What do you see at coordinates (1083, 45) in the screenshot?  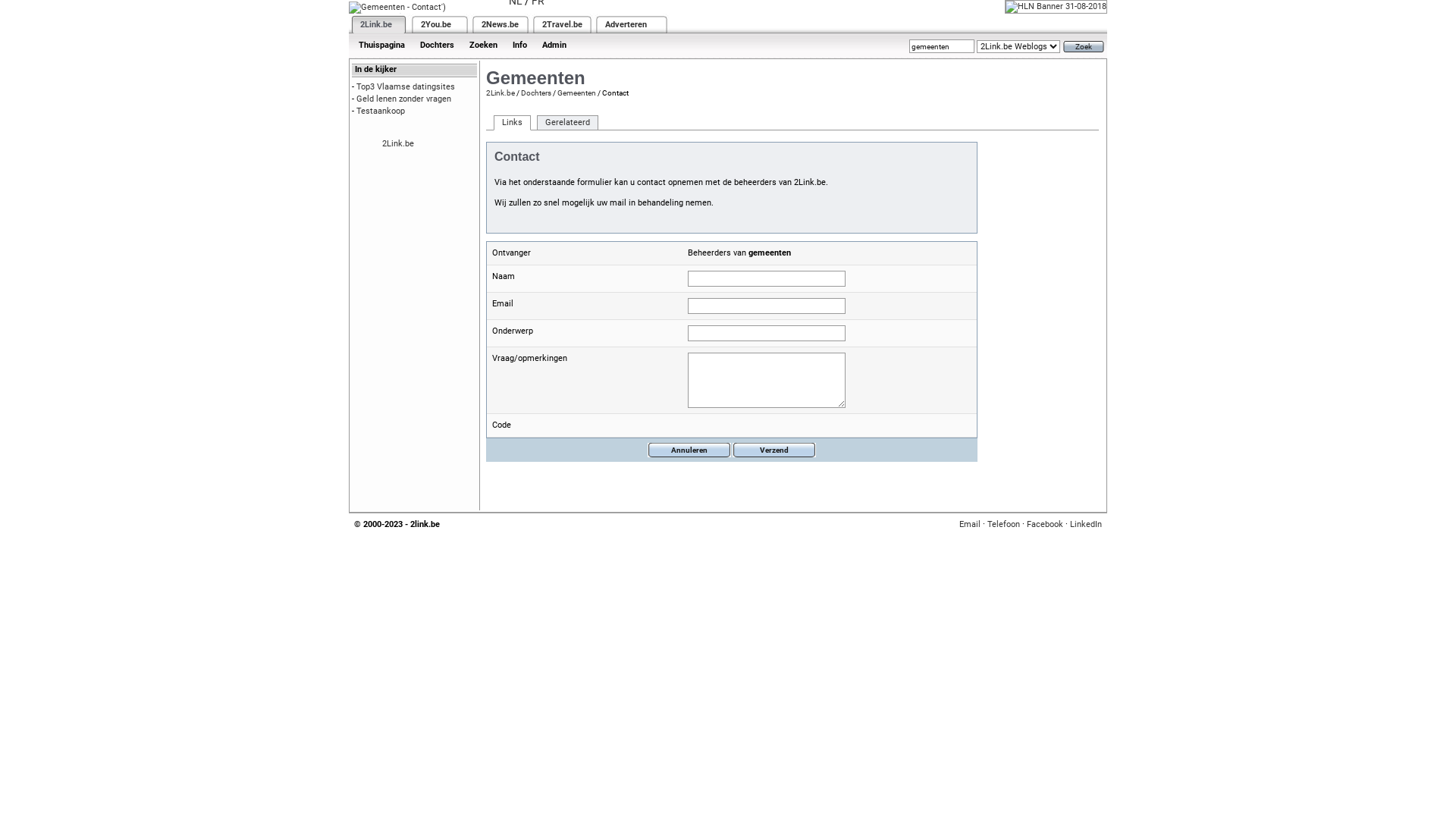 I see `'Zoek'` at bounding box center [1083, 45].